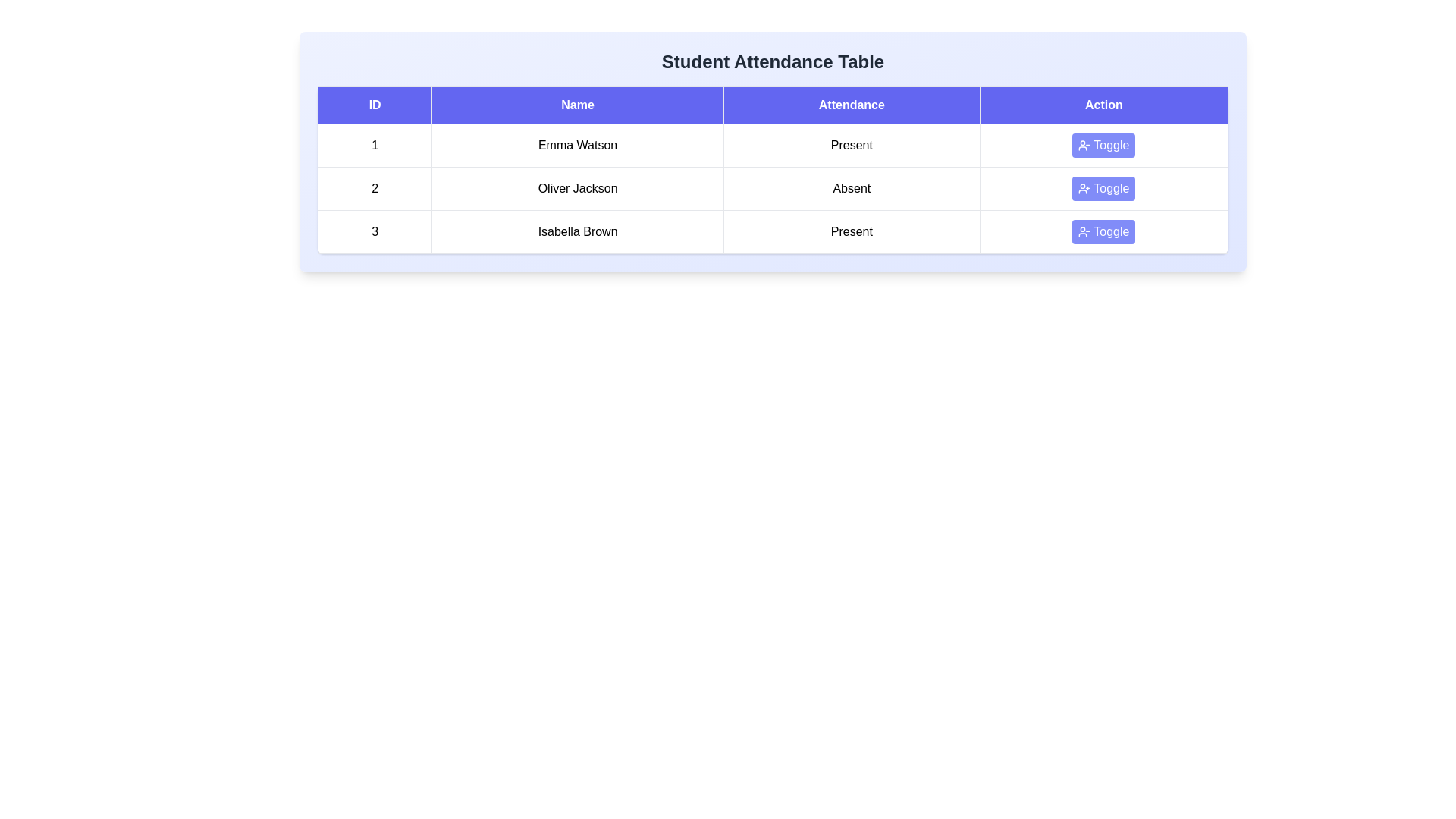 Image resolution: width=1456 pixels, height=819 pixels. I want to click on the Table Header Cell element labeled 'Name', which has a light blue background and is located between the 'ID' and 'Attendance' cells, so click(577, 104).